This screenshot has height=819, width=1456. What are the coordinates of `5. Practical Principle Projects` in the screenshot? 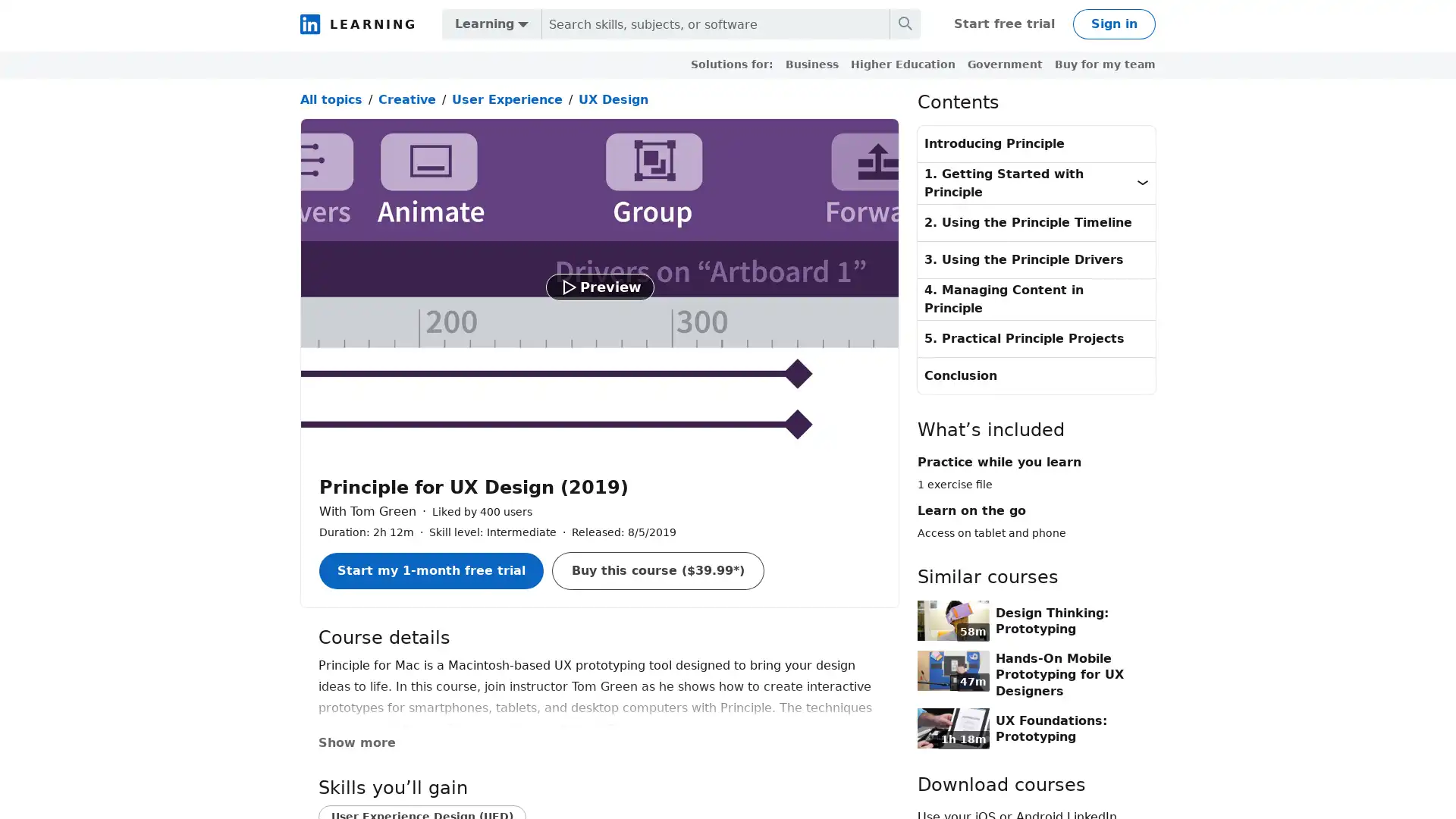 It's located at (1036, 337).